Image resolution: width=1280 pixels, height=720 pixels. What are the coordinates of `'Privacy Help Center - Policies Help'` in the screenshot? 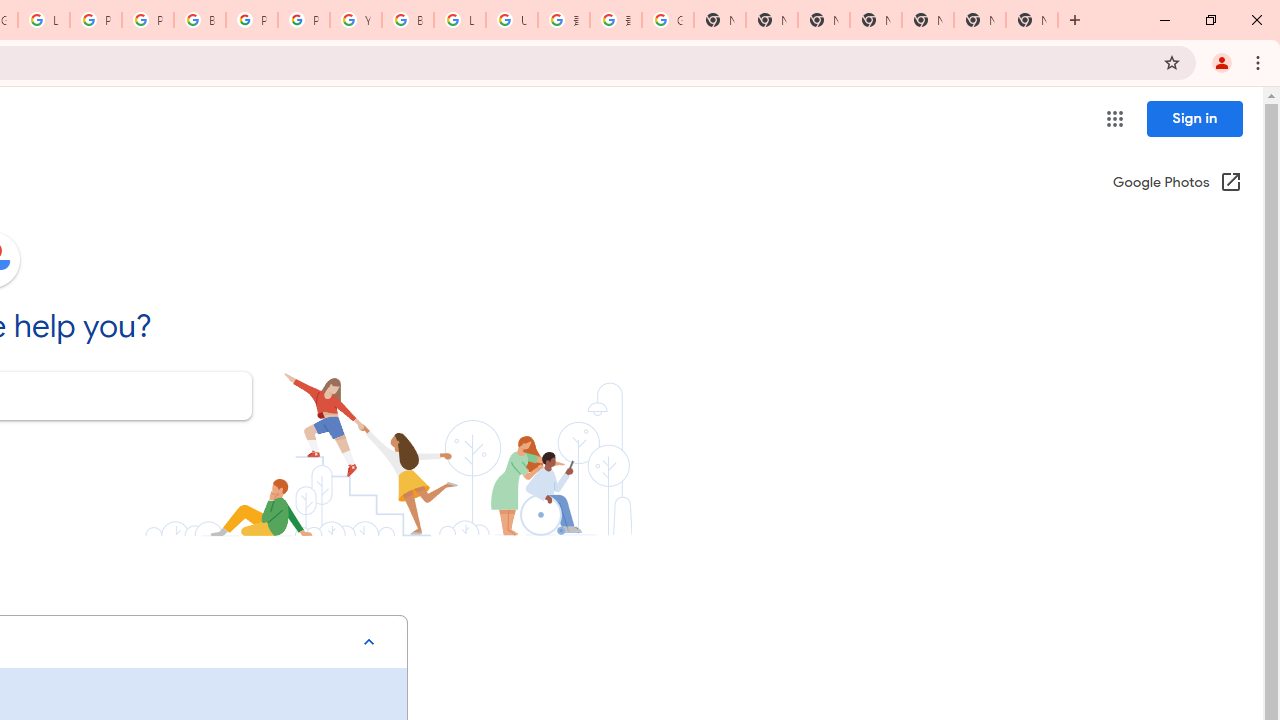 It's located at (146, 20).